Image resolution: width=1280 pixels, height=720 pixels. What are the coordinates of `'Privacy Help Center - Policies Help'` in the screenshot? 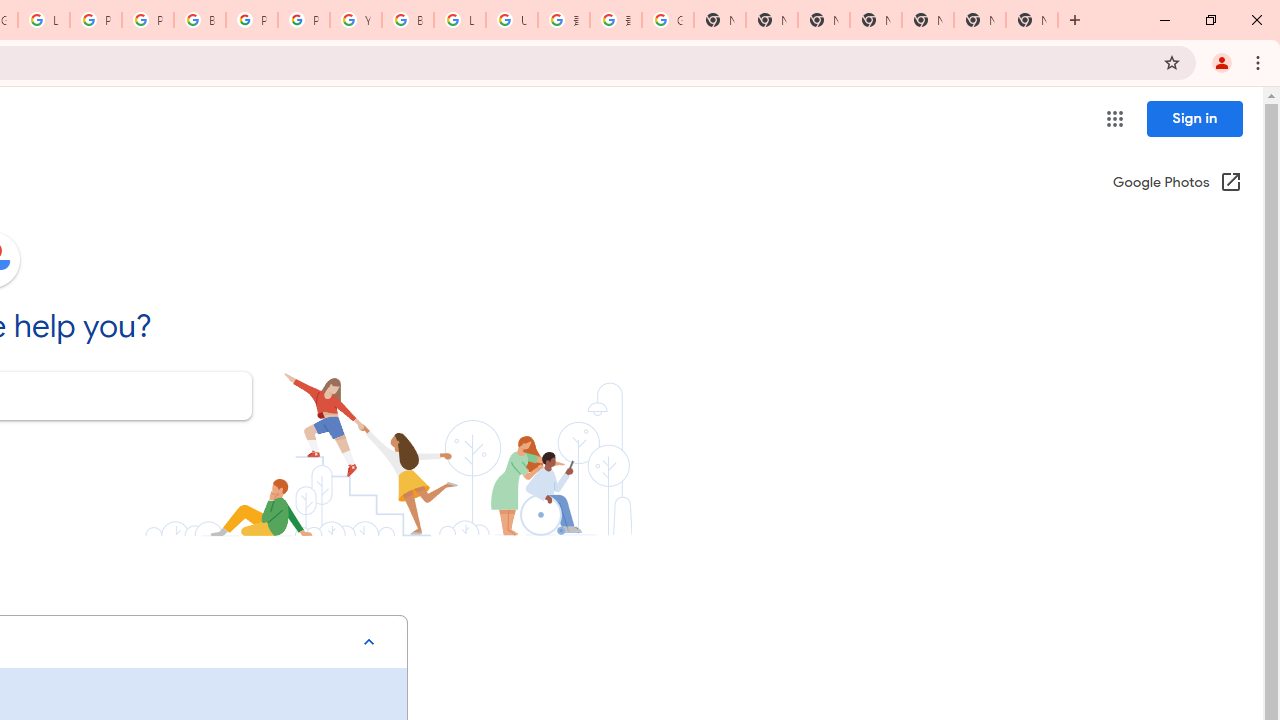 It's located at (146, 20).